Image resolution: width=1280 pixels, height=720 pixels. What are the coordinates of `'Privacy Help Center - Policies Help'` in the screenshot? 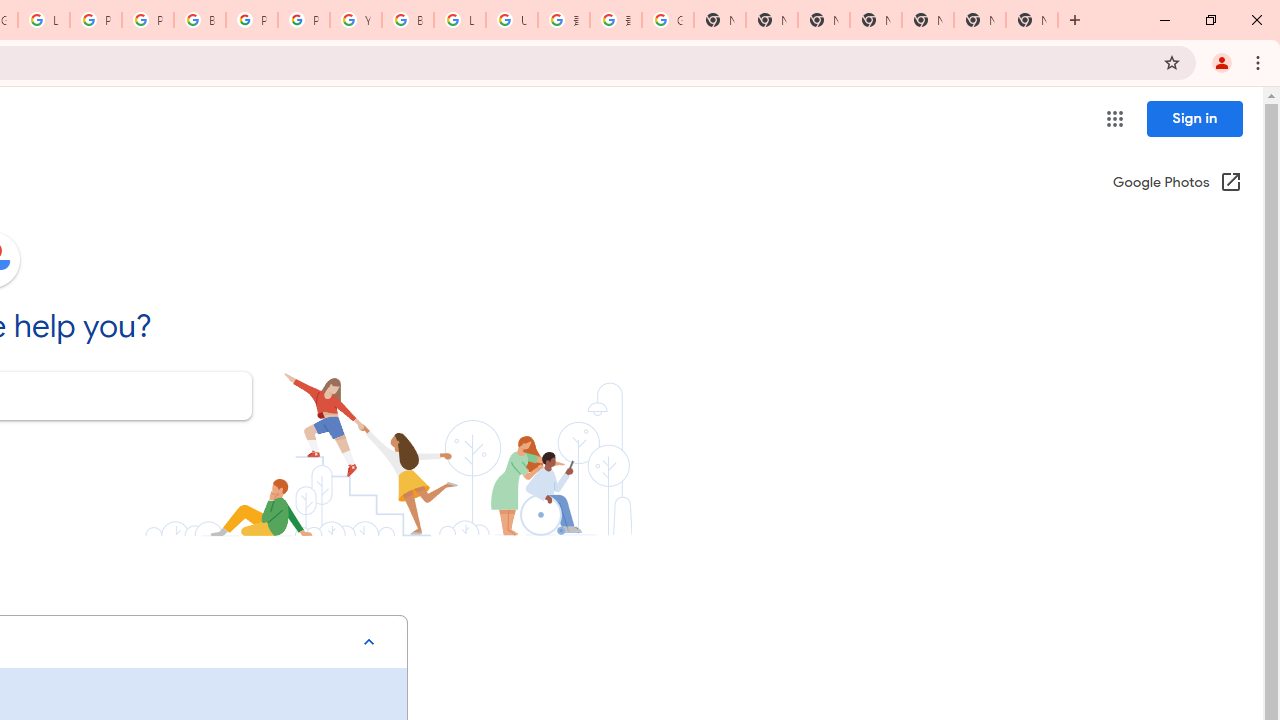 It's located at (146, 20).